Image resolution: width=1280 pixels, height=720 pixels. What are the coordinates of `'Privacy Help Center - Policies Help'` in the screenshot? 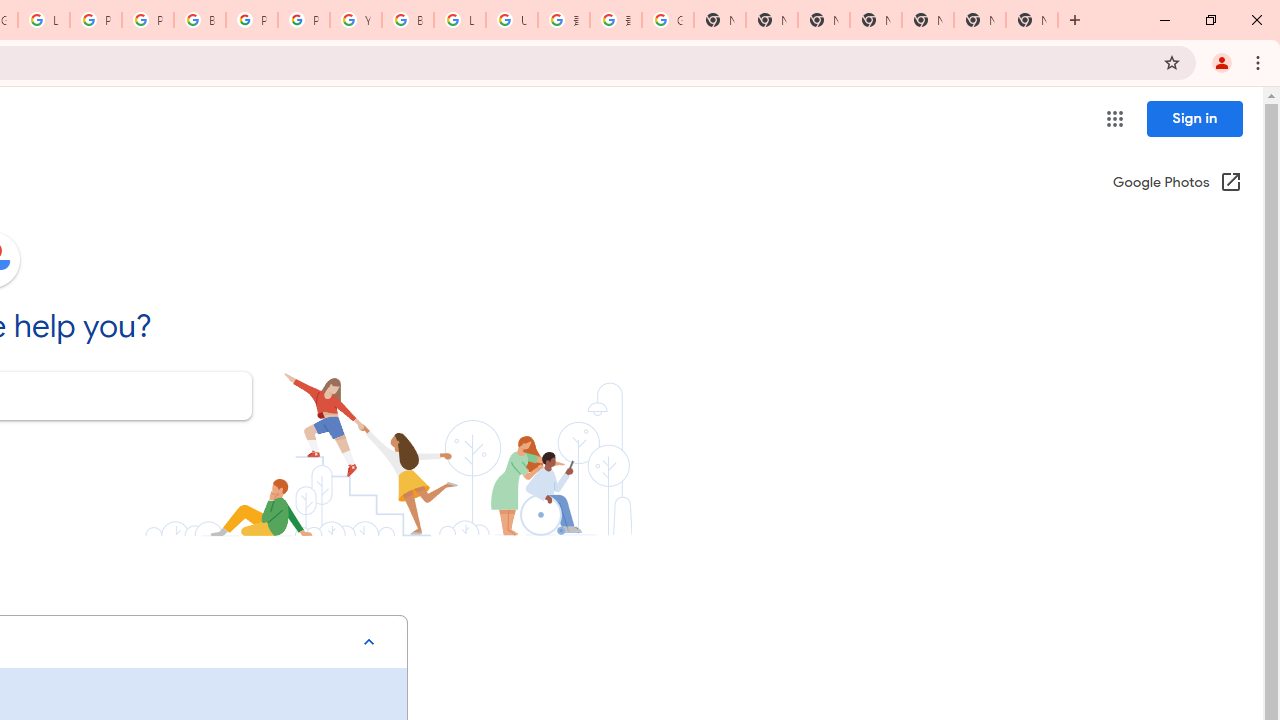 It's located at (146, 20).